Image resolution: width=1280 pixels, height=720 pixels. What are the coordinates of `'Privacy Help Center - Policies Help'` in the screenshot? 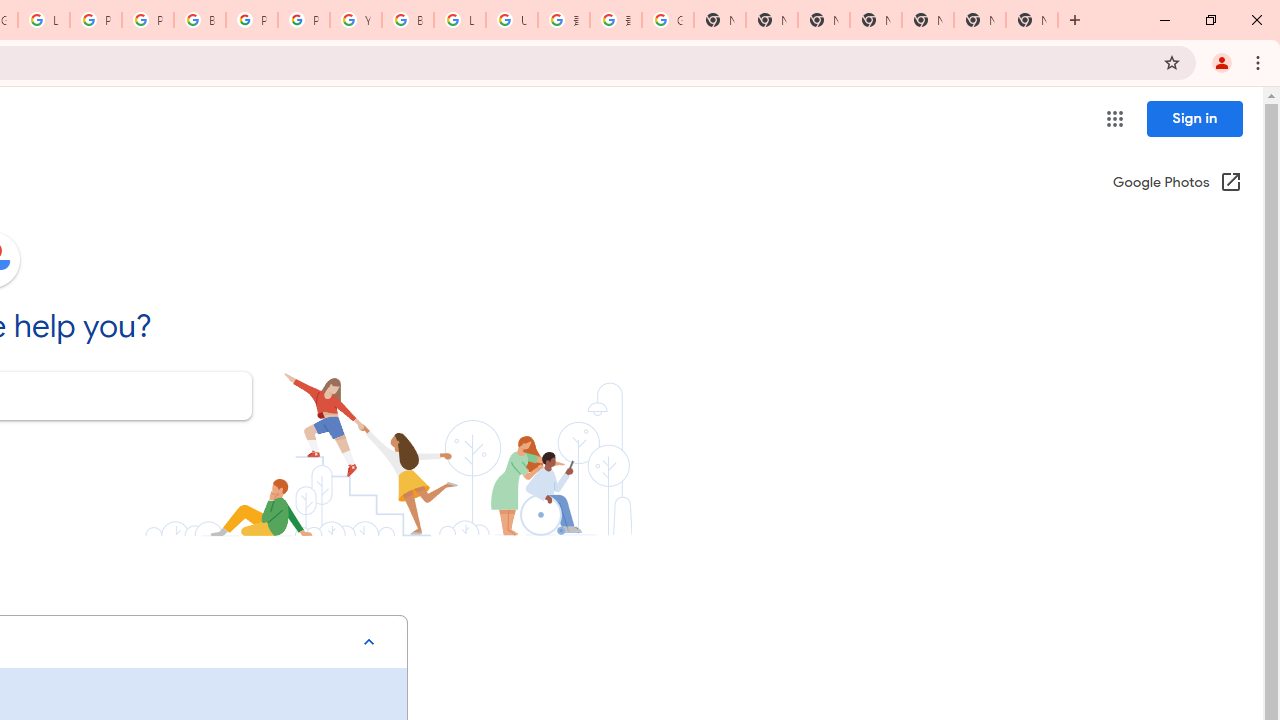 It's located at (146, 20).